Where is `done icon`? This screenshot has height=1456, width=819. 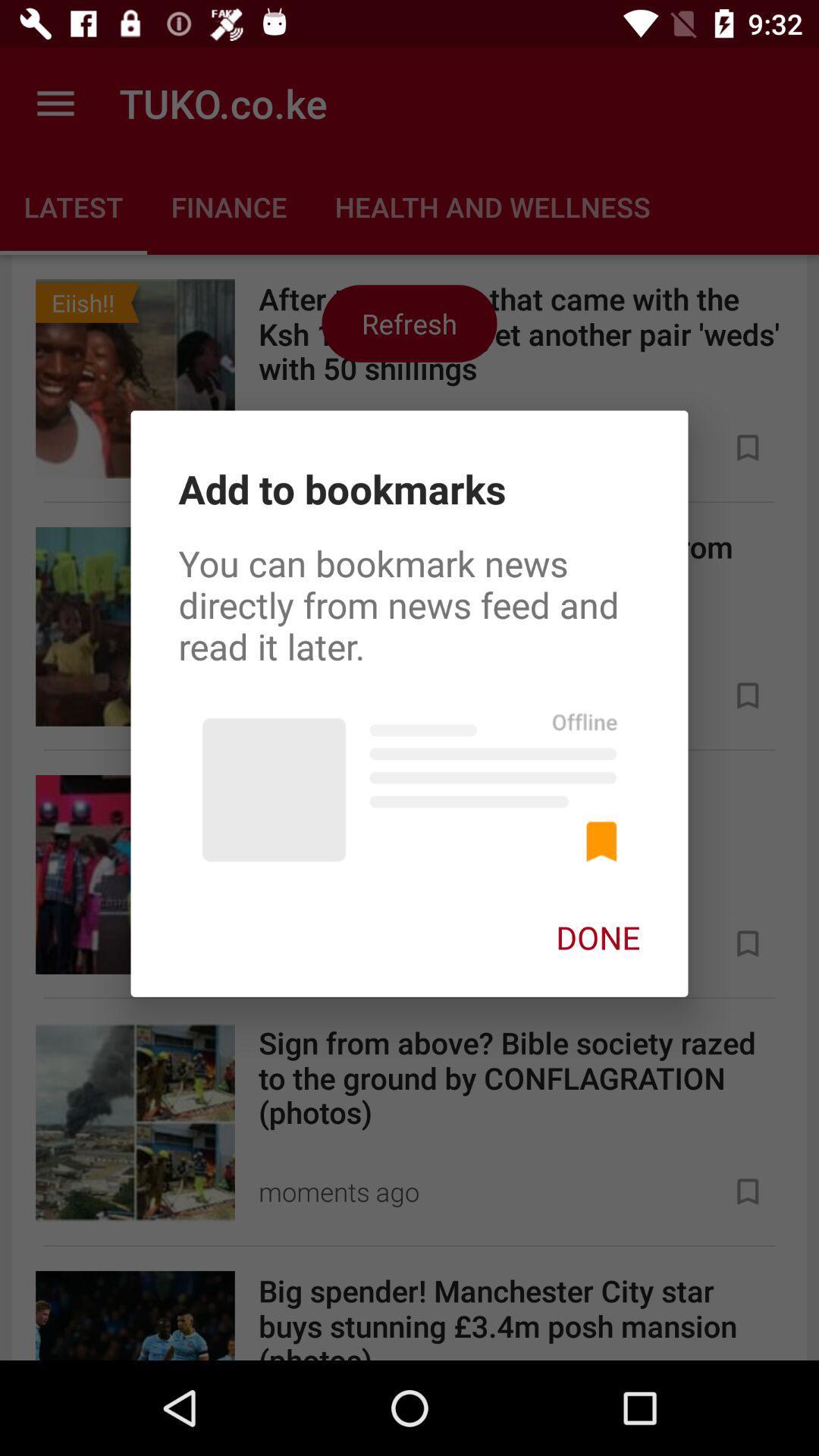
done icon is located at coordinates (598, 937).